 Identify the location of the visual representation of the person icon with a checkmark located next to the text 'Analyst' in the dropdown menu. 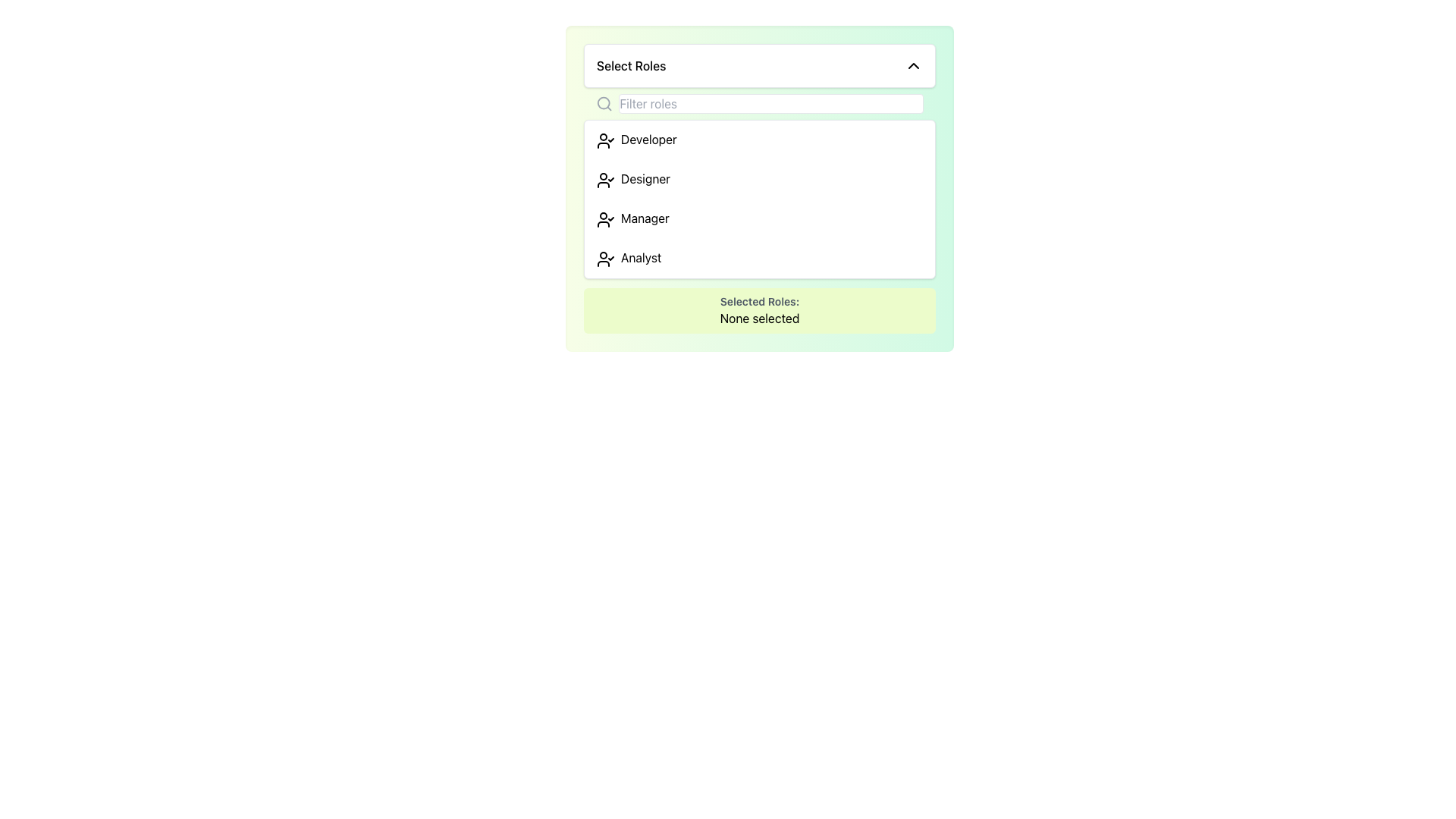
(604, 257).